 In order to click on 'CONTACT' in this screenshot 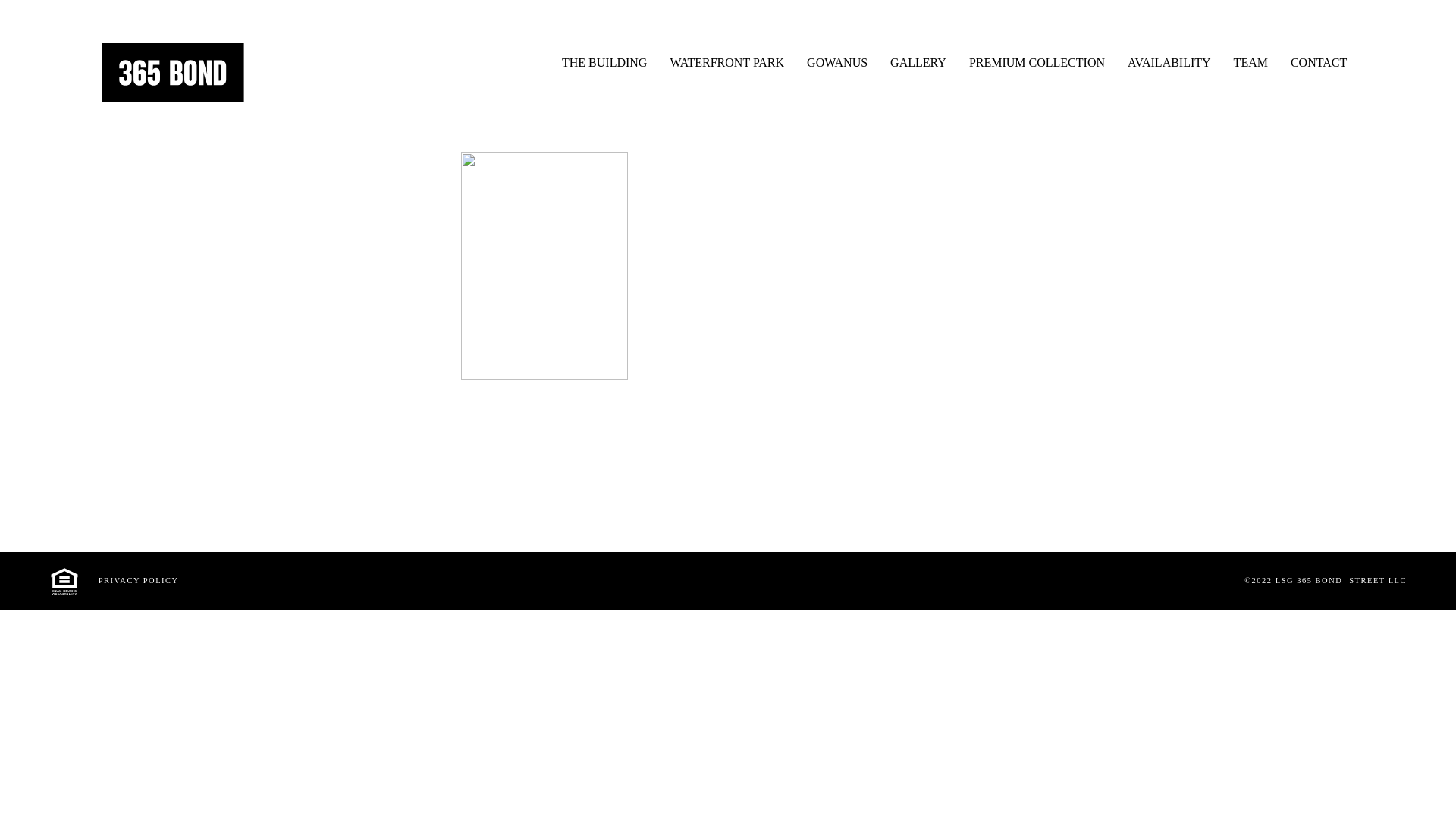, I will do `click(1317, 58)`.